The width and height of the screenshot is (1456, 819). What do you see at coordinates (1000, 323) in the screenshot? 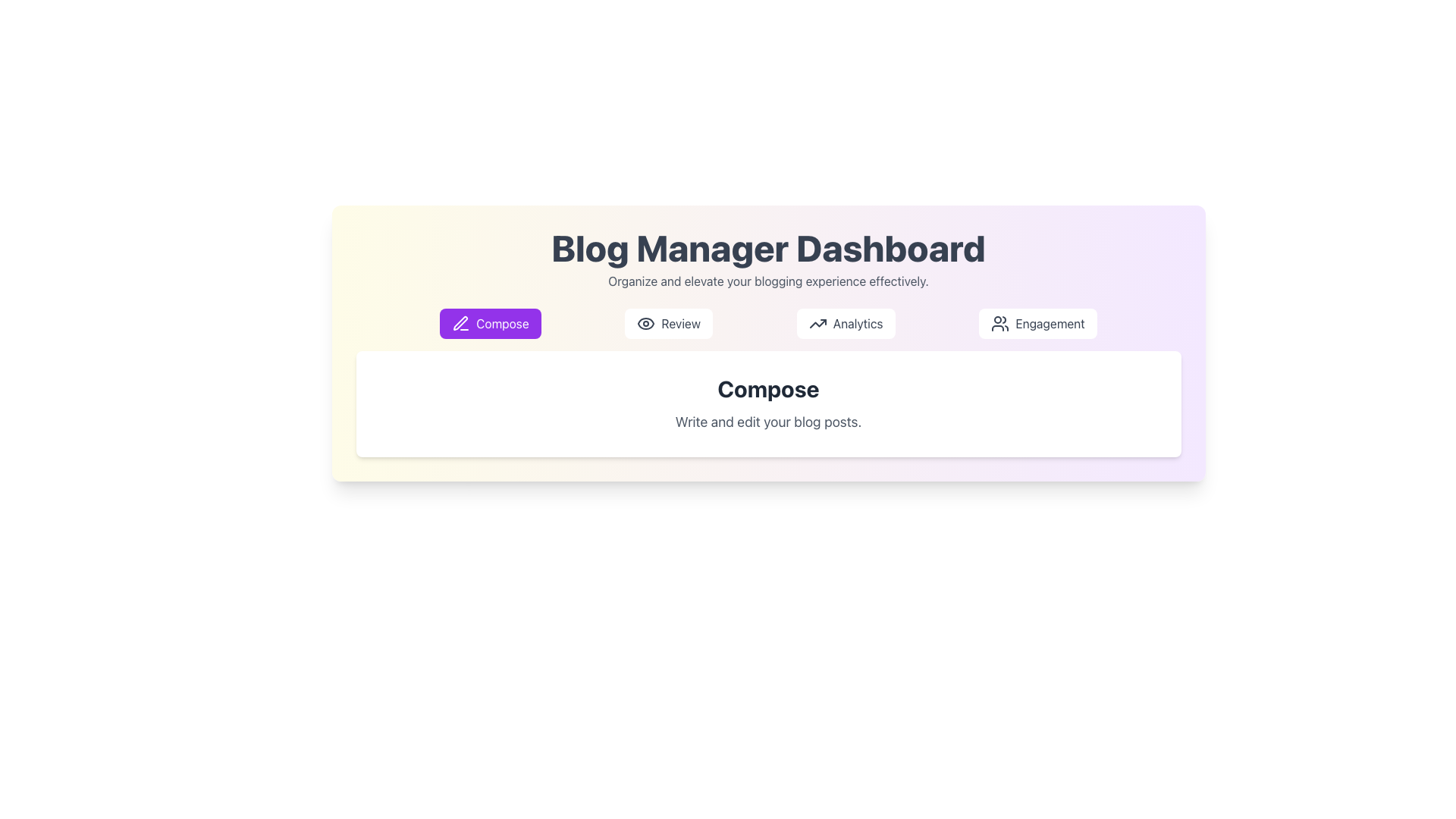
I see `the 'Engagement' button which contains the engagement icon, located at the far-right of the button row` at bounding box center [1000, 323].